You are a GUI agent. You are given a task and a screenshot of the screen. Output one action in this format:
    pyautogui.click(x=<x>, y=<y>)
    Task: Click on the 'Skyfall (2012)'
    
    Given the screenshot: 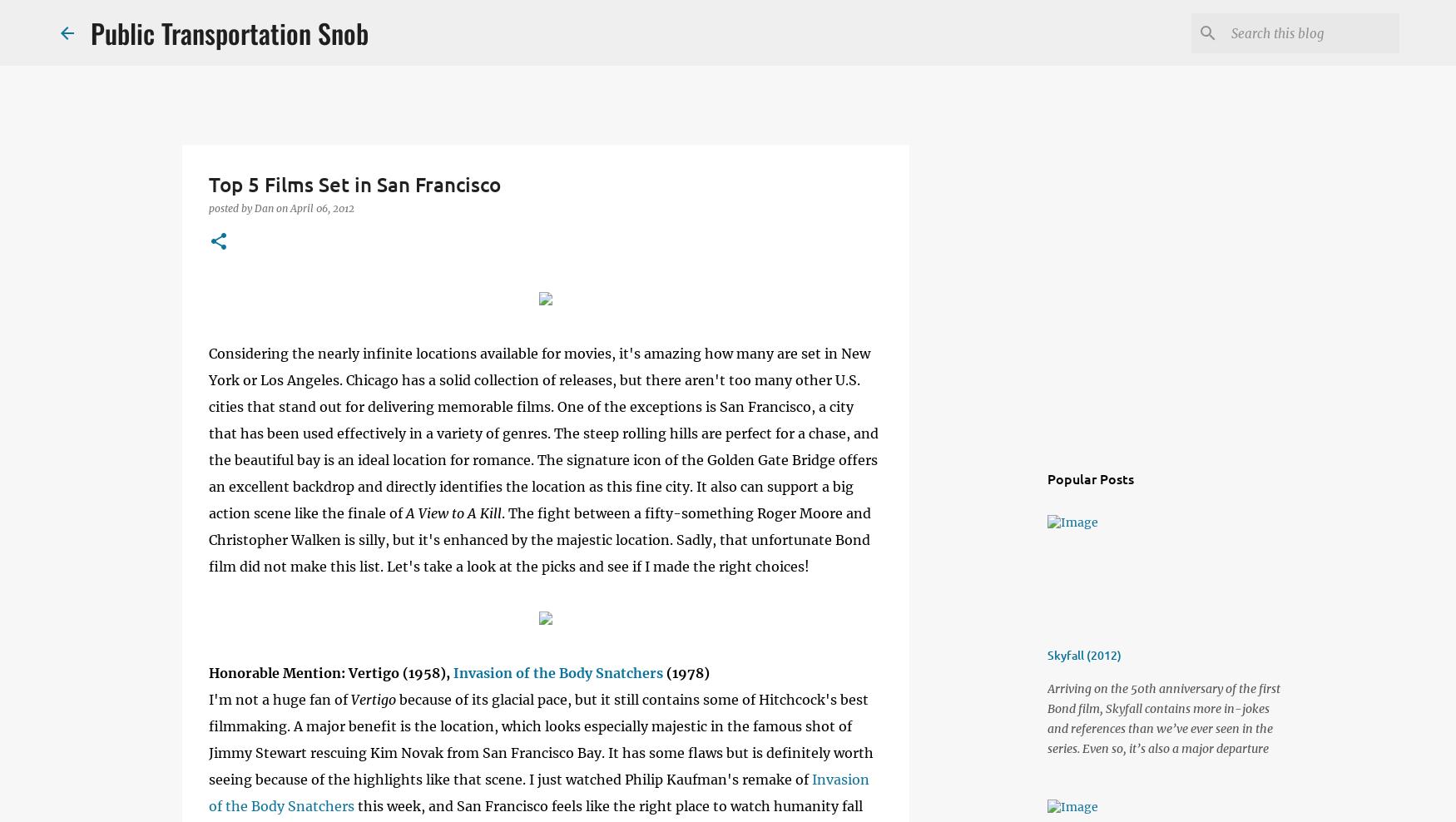 What is the action you would take?
    pyautogui.click(x=1083, y=654)
    